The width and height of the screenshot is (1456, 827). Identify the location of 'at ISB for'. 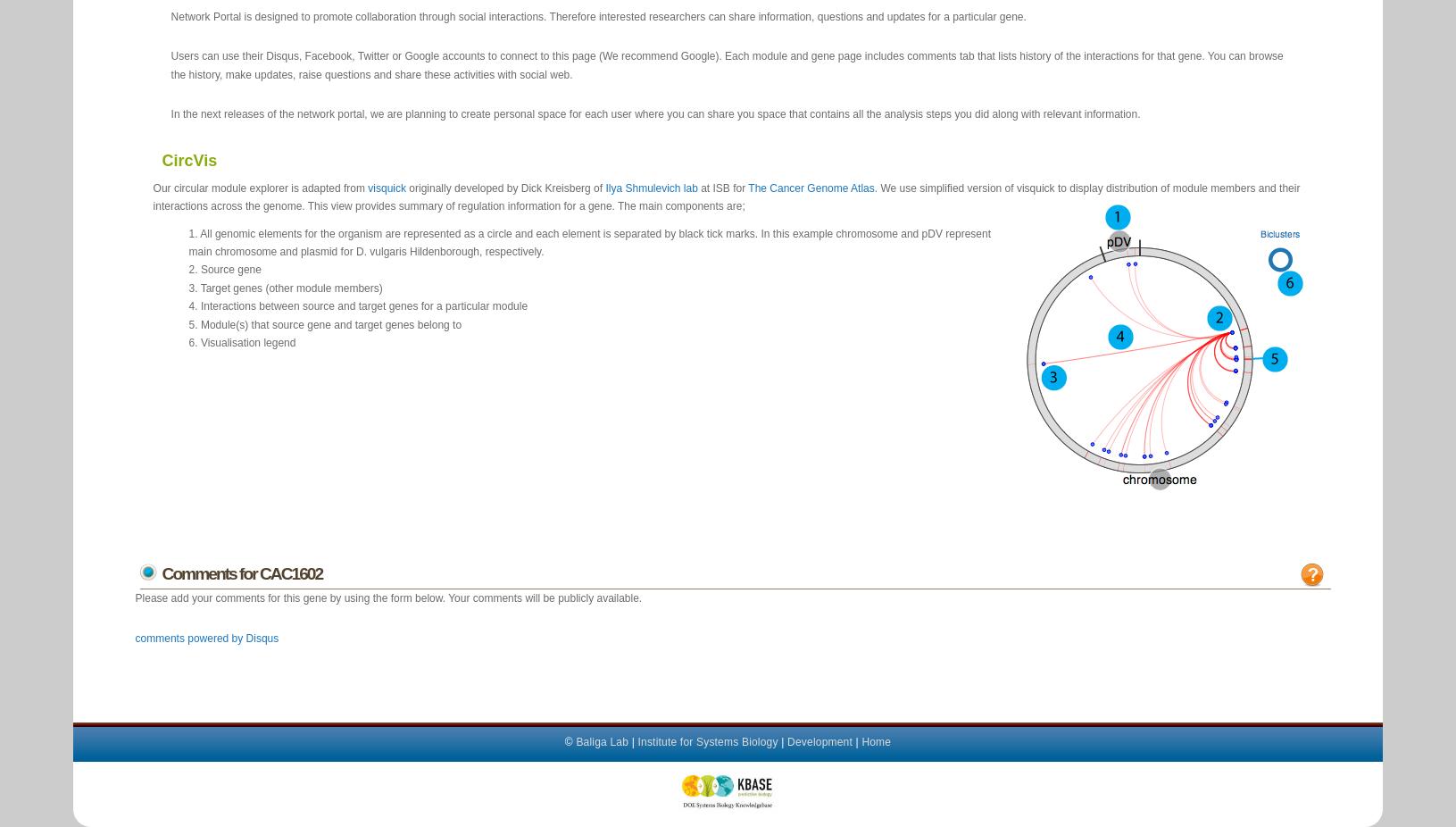
(721, 187).